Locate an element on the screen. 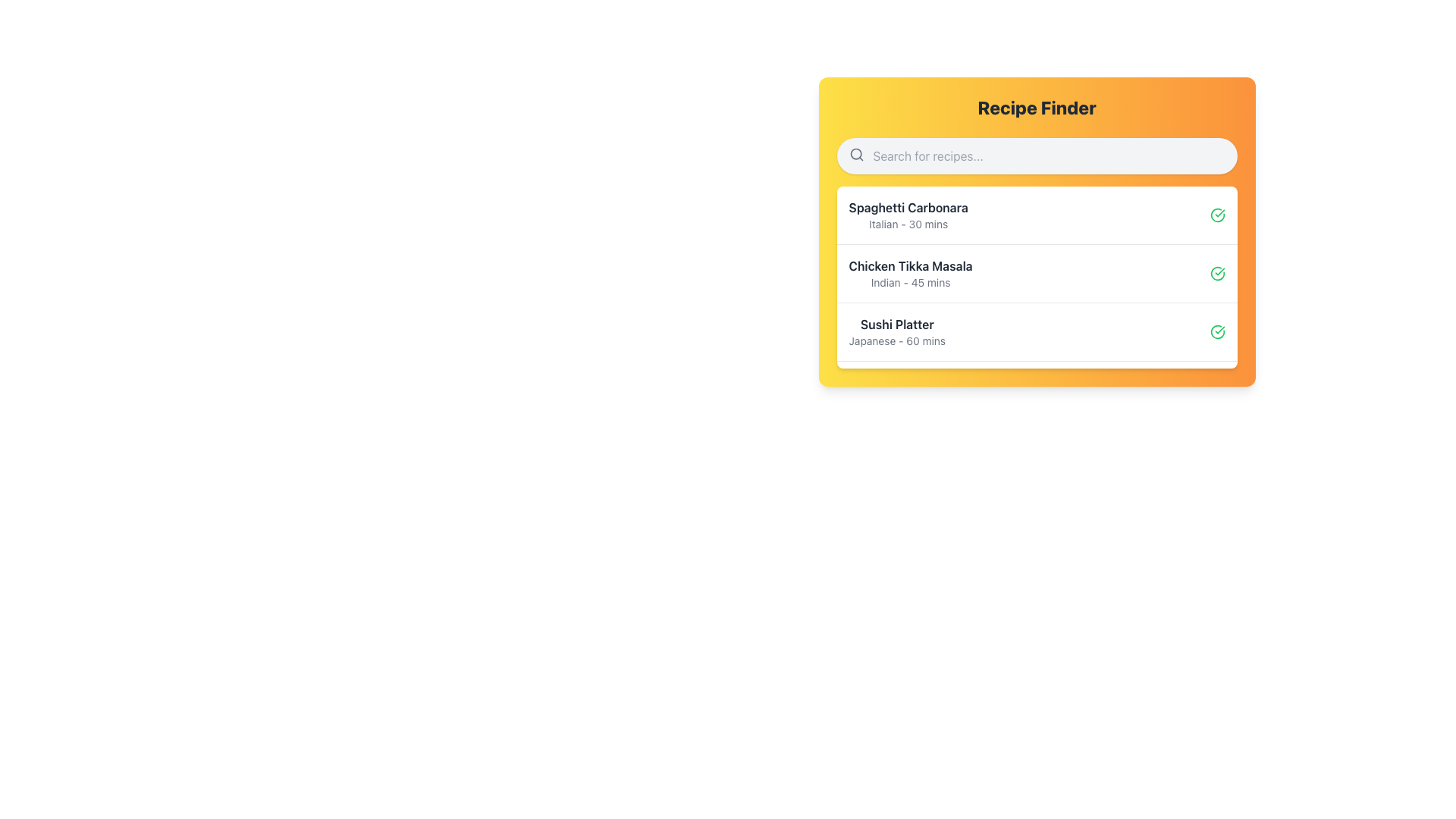  the text 'Spaghetti Carbonara', which is styled in bold dark gray and is the title of the first recipe item in the list below the search bar in the 'Recipe Finder' section is located at coordinates (908, 207).